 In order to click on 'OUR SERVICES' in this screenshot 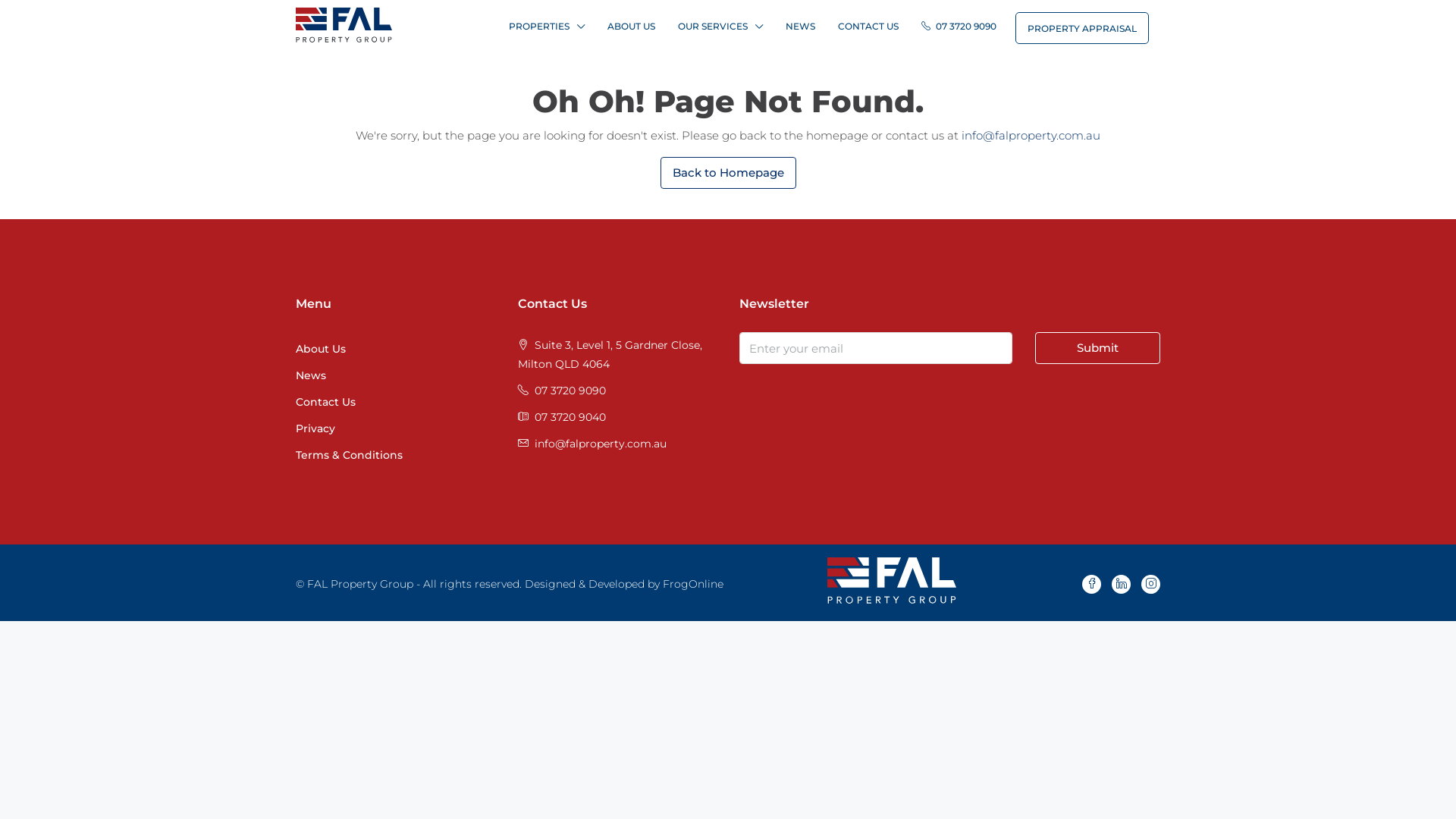, I will do `click(720, 26)`.